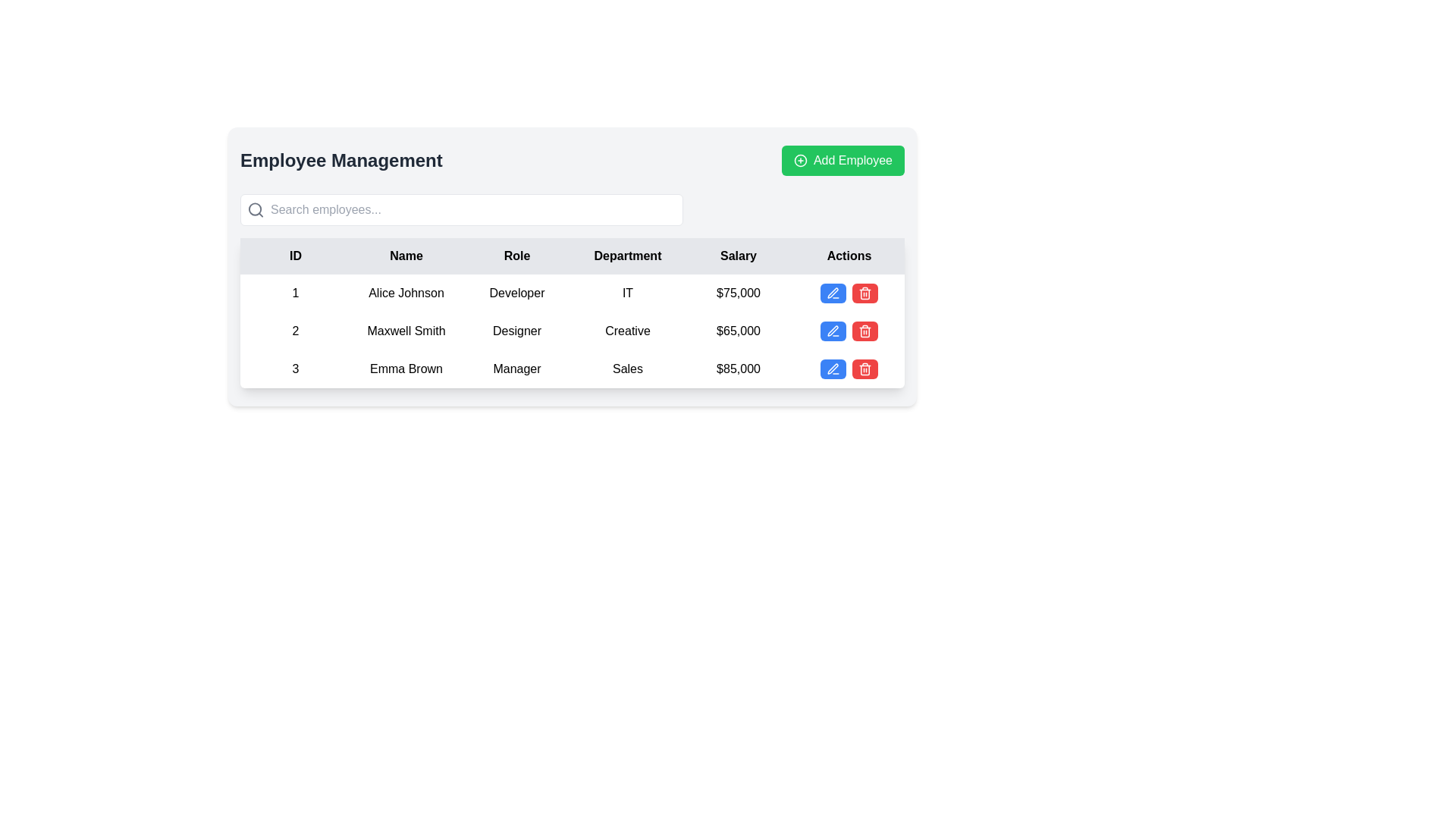 The width and height of the screenshot is (1456, 819). What do you see at coordinates (865, 293) in the screenshot?
I see `the trash bin icon with a red background in the 'Actions' column of the third row, which corresponds to 'Emma Brown'` at bounding box center [865, 293].